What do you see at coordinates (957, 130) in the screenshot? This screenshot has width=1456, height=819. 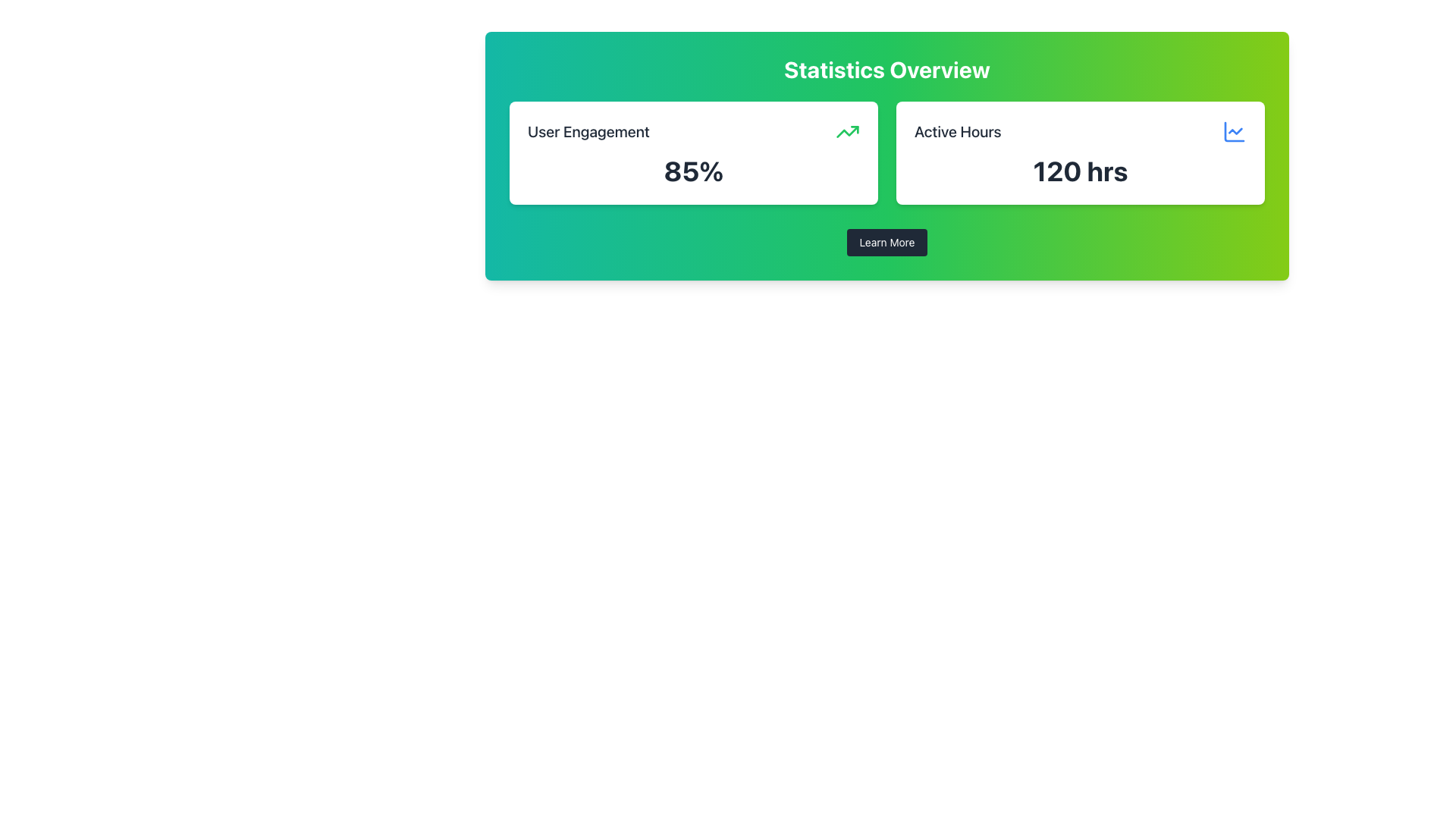 I see `the text element that serves as a title for 'Active Hours', positioned to the left of the numeric value '120 hrs'` at bounding box center [957, 130].